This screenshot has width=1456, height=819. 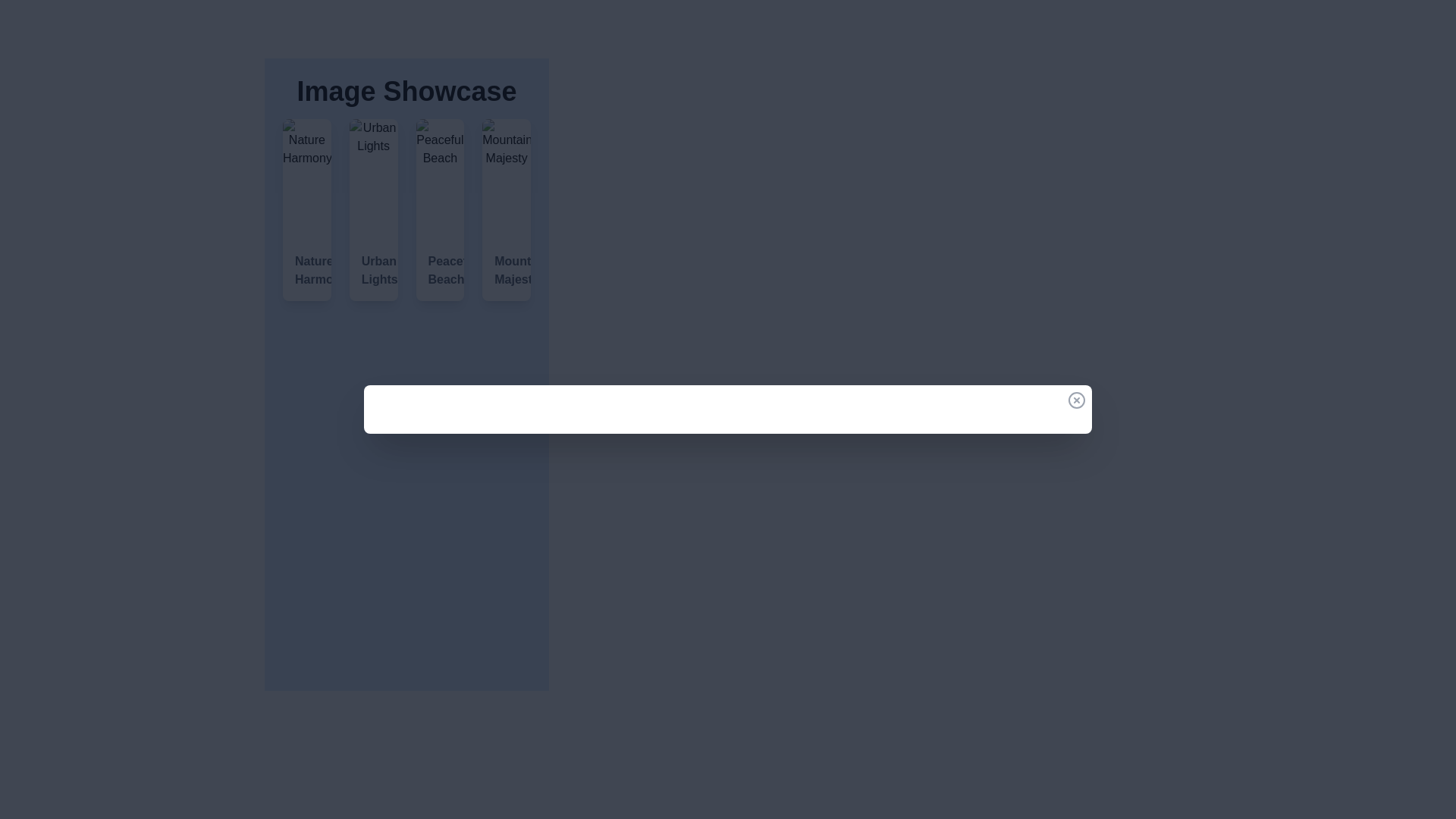 I want to click on the 'Urban Lights' text element, which is displayed in bold gray color and is part of the second card in the 'Image Showcase' layout, so click(x=373, y=270).